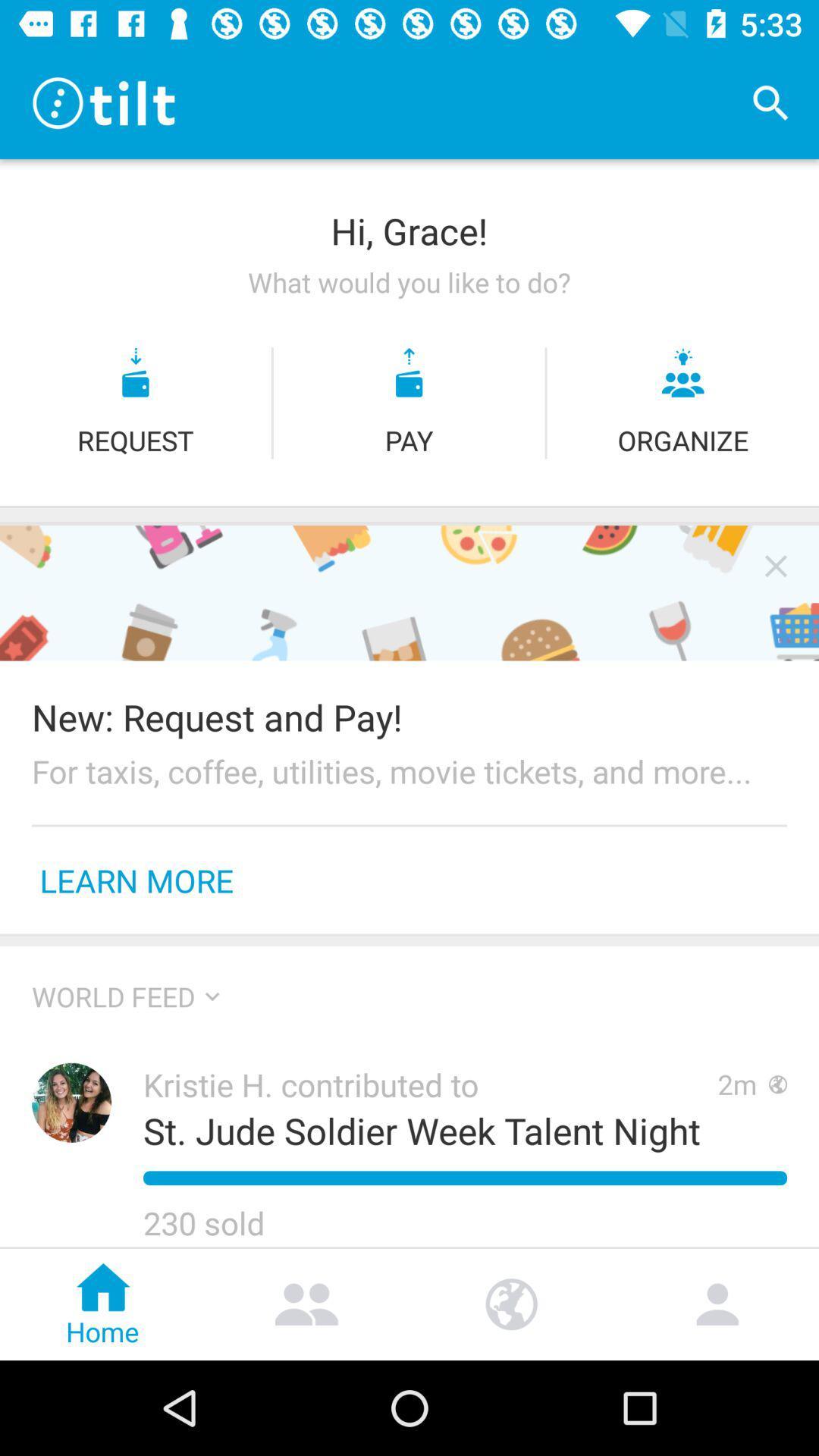 This screenshot has width=819, height=1456. I want to click on item on the right, so click(776, 565).